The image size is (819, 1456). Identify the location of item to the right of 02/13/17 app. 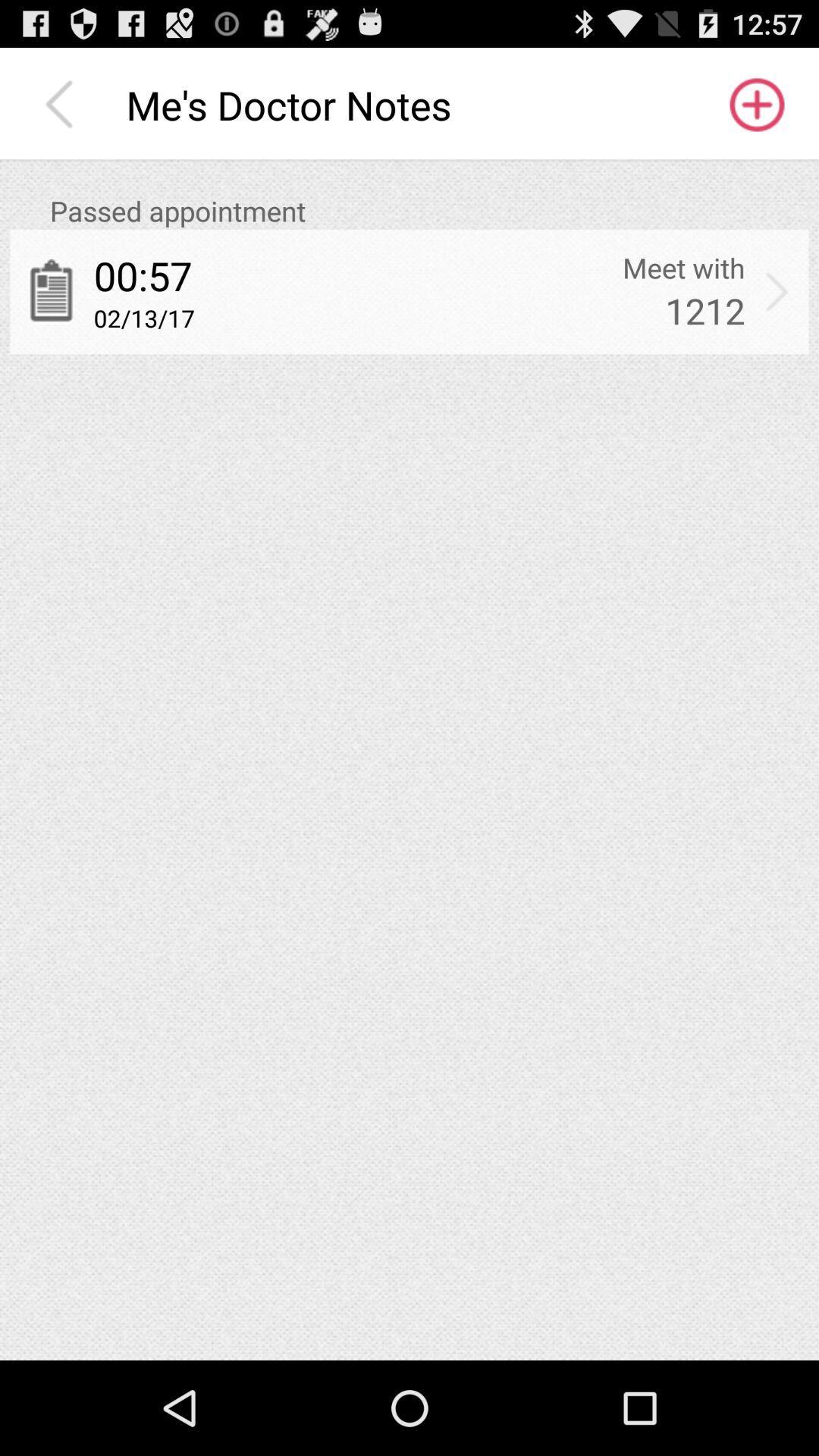
(704, 309).